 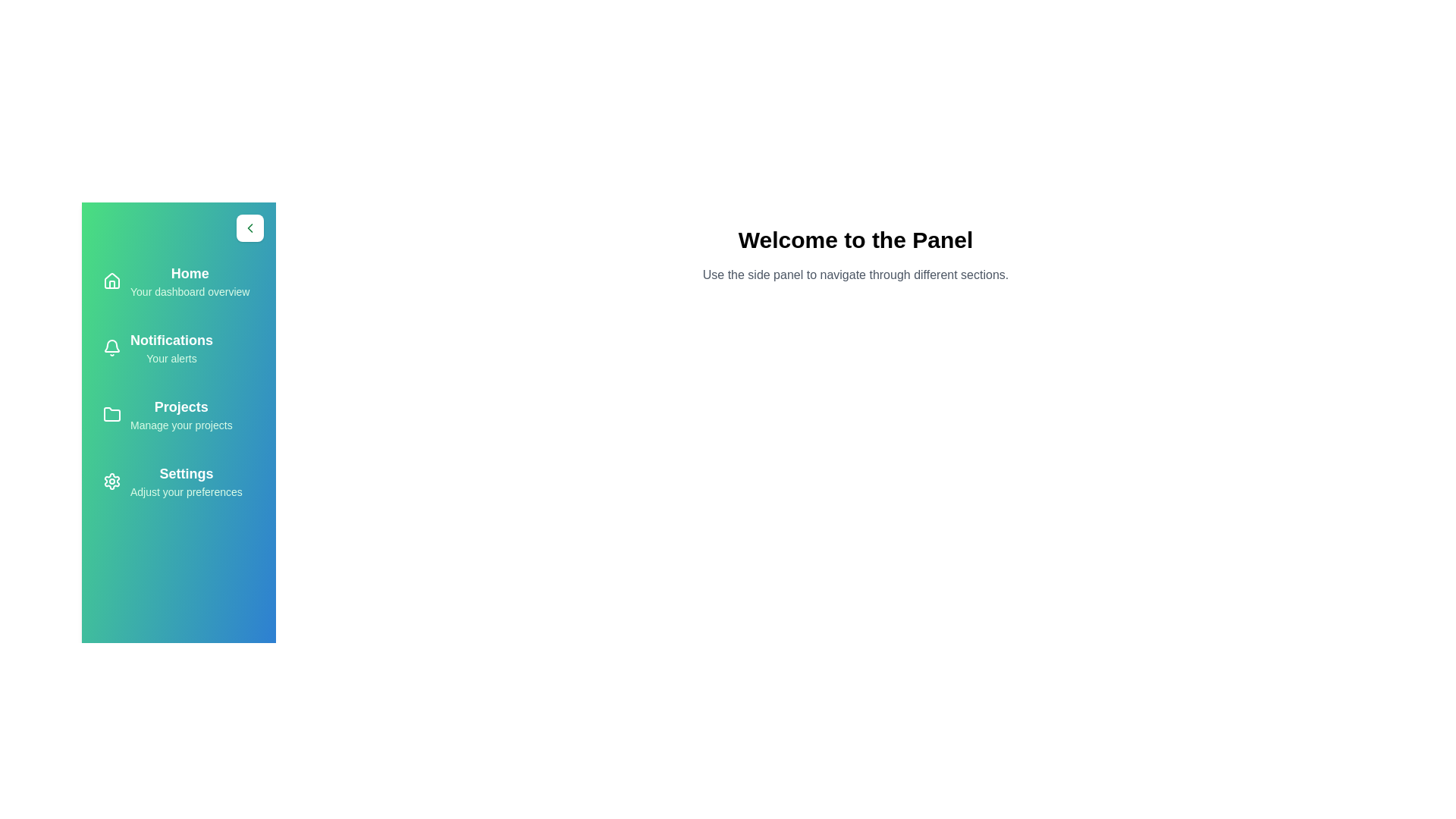 I want to click on the tab Notifications from the side panel, so click(x=178, y=348).